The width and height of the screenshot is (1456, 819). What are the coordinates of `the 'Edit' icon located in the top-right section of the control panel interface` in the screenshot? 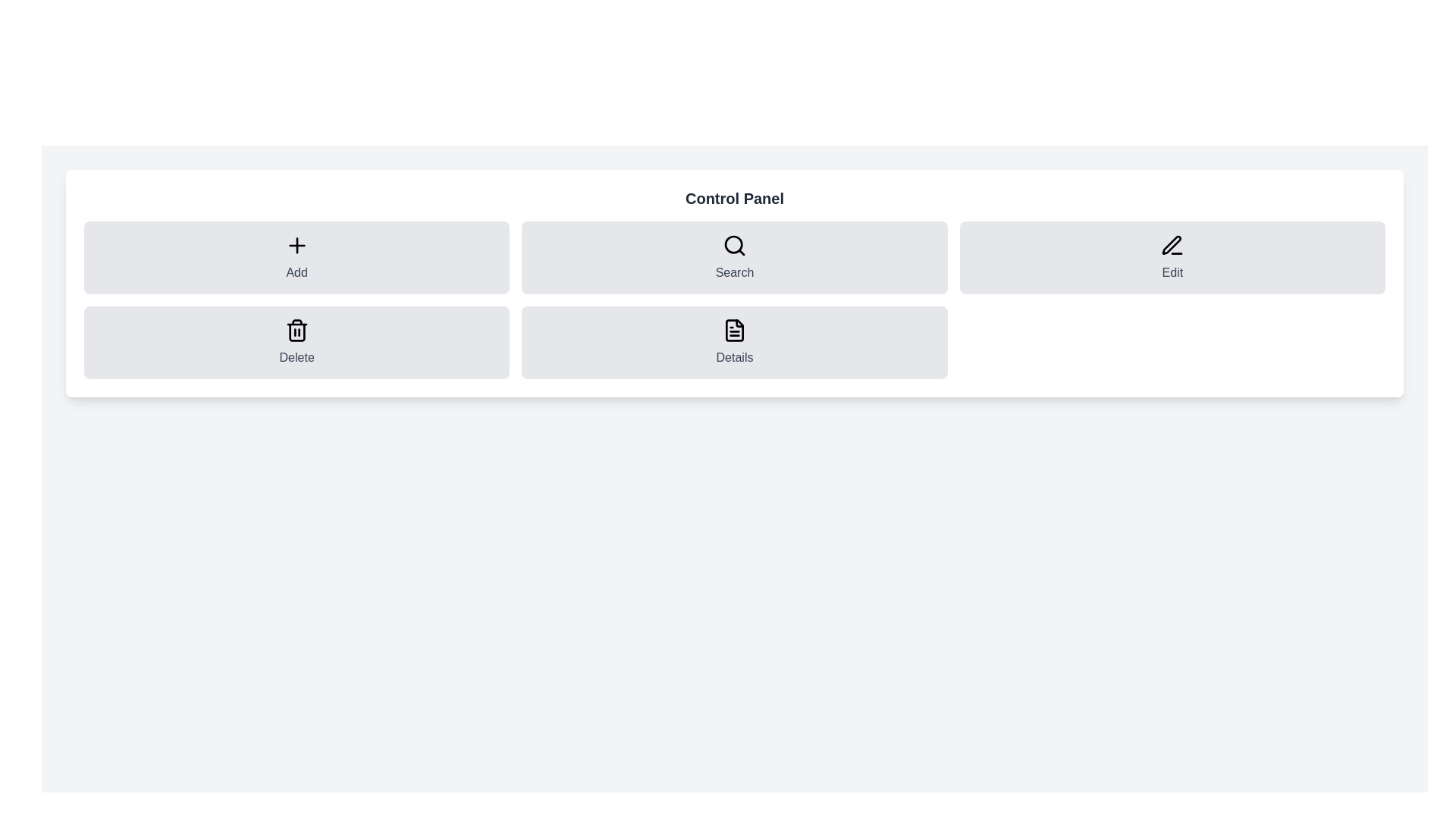 It's located at (1171, 244).